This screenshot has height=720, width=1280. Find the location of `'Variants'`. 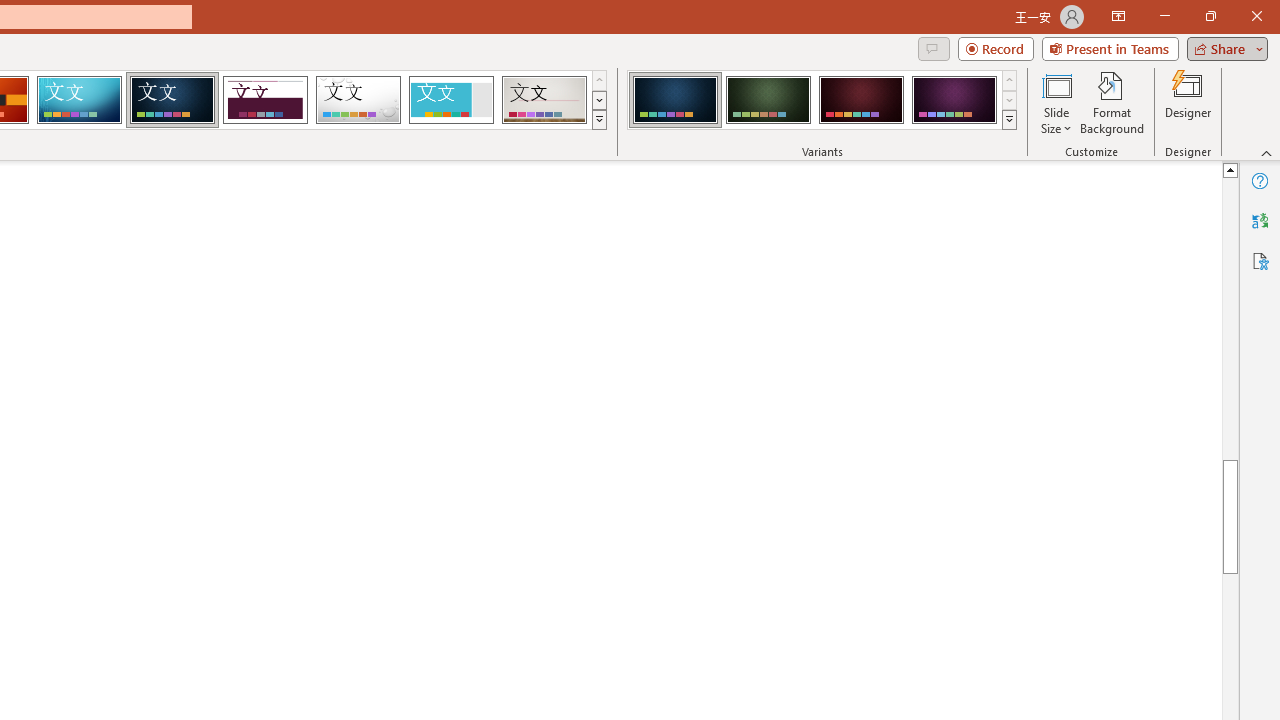

'Variants' is located at coordinates (1009, 120).